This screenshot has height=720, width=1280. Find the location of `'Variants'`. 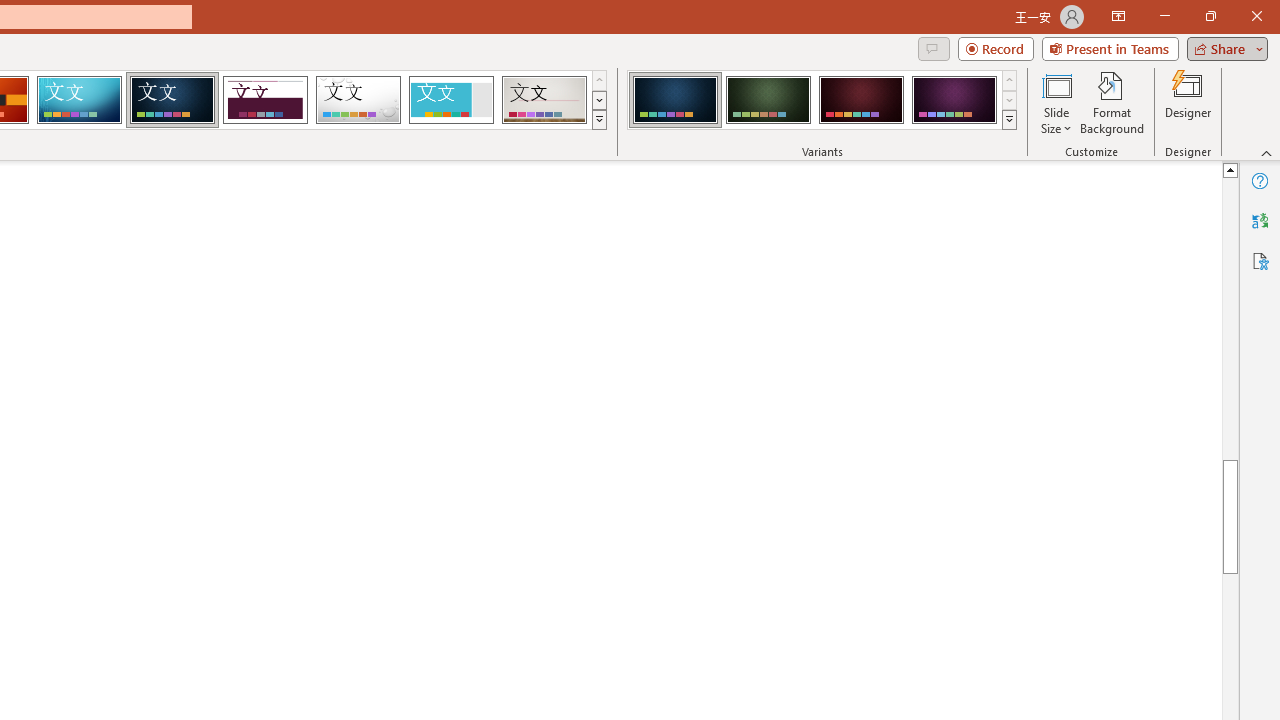

'Variants' is located at coordinates (1009, 120).